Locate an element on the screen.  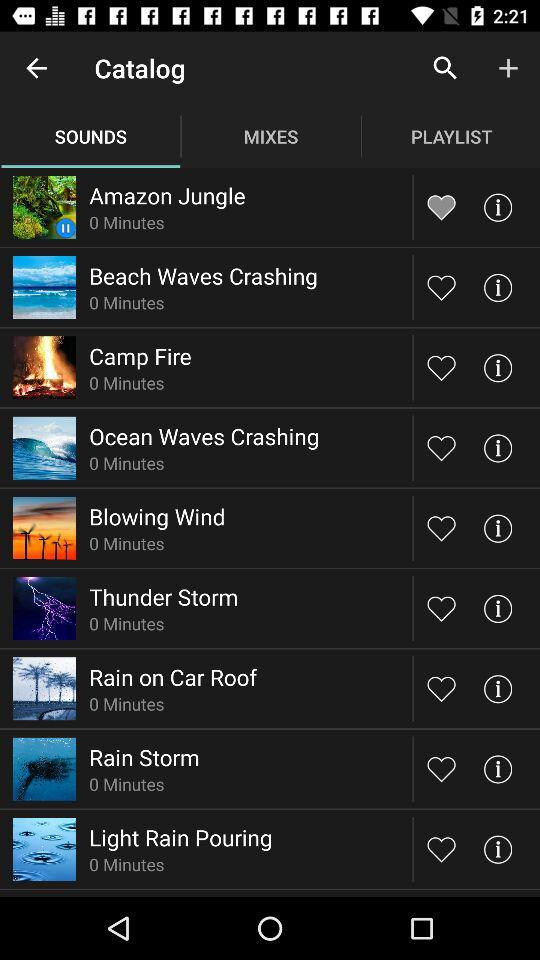
the track is located at coordinates (441, 607).